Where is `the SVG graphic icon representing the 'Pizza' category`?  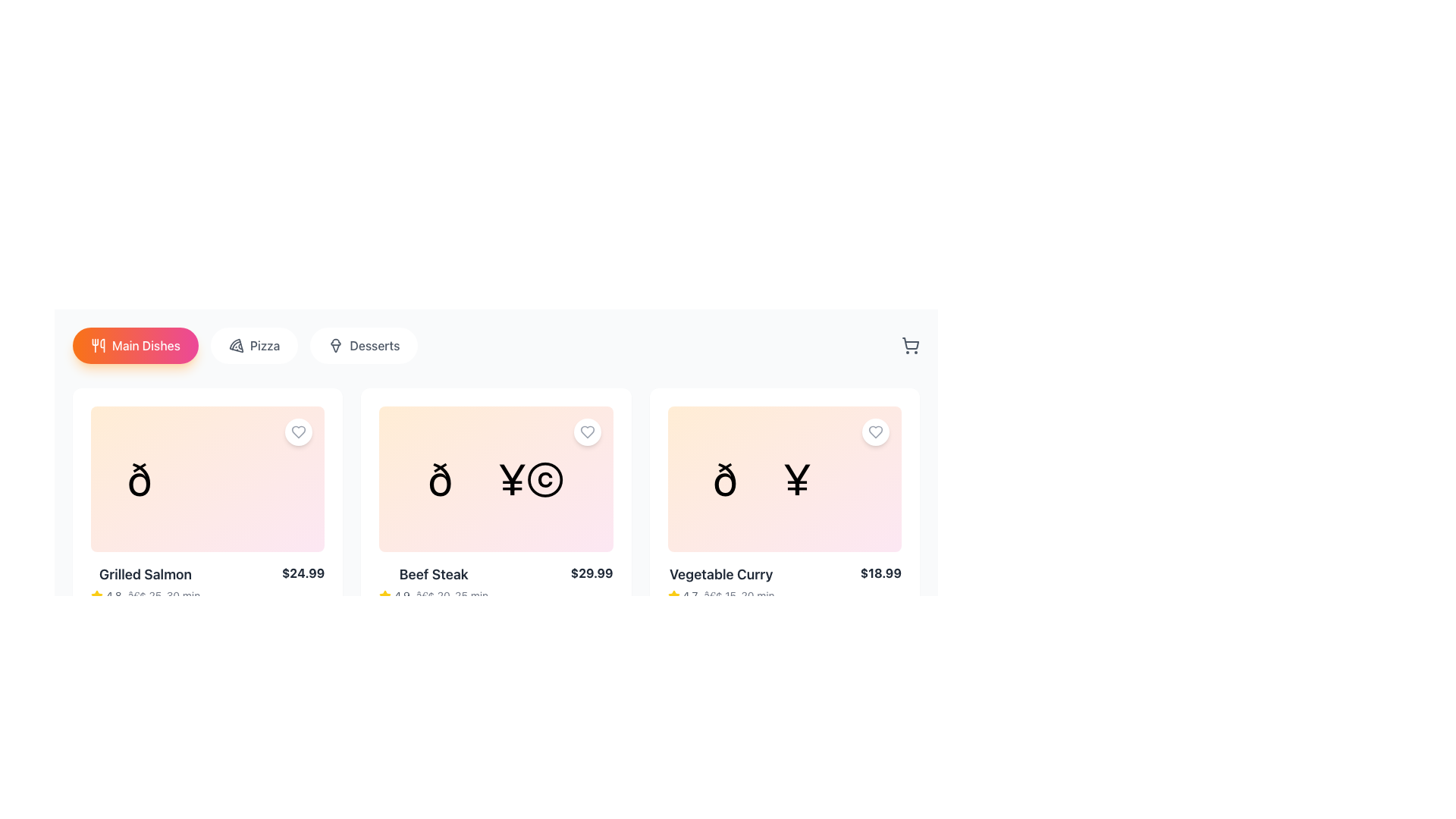
the SVG graphic icon representing the 'Pizza' category is located at coordinates (236, 345).